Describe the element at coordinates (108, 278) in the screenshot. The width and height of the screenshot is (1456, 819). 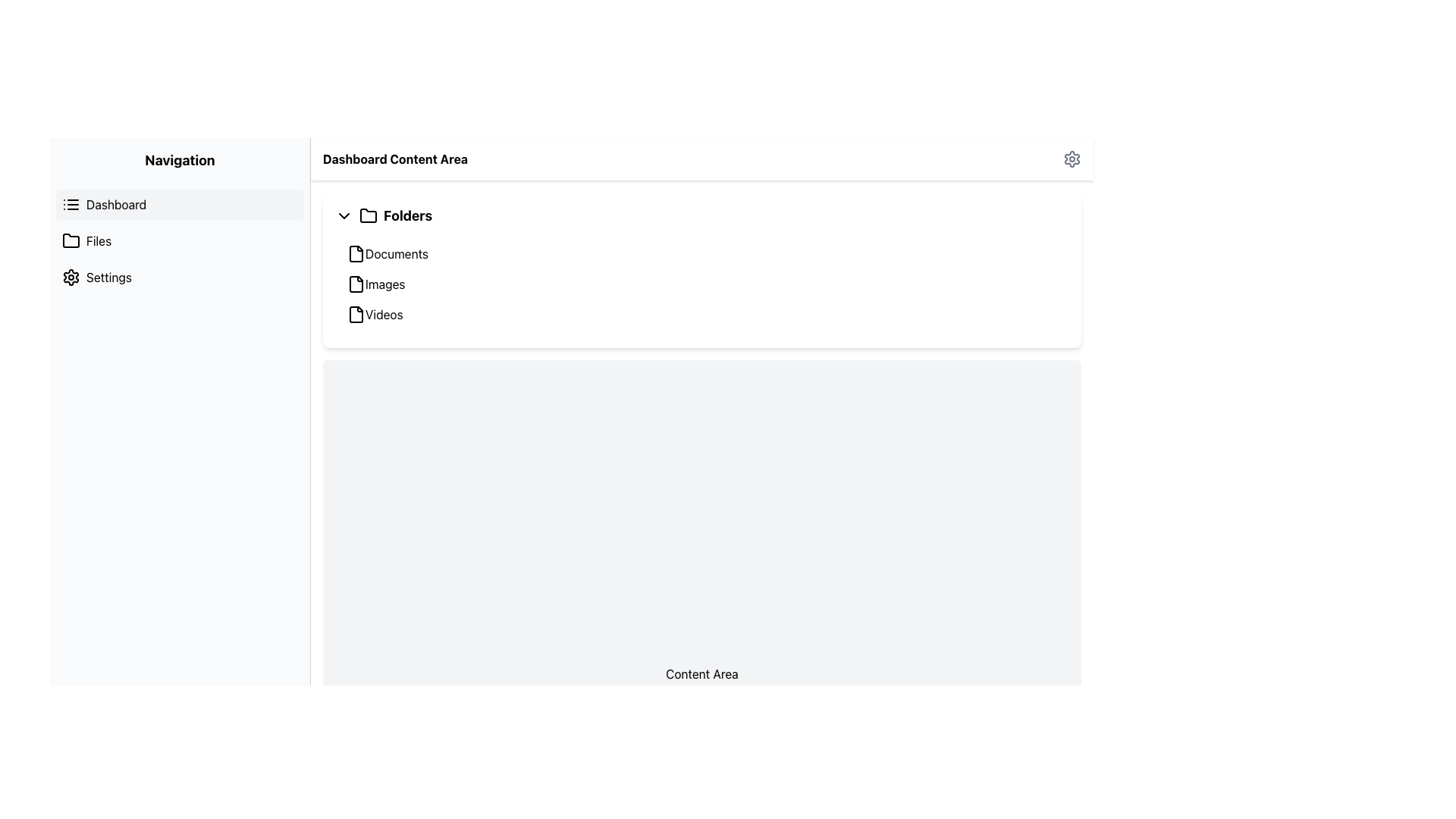
I see `the third text label in the navigation sidebar, which likely represents a navigational link for settings` at that location.